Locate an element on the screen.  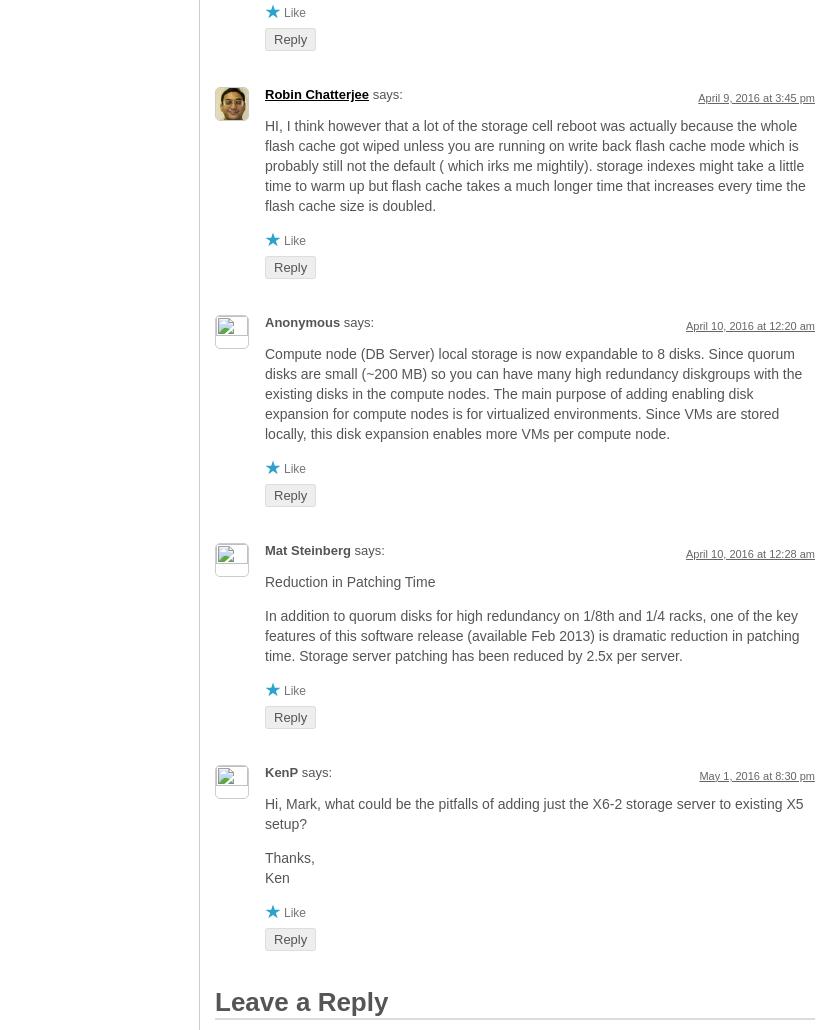
'May 1, 2016 at 8:30 pm' is located at coordinates (756, 773).